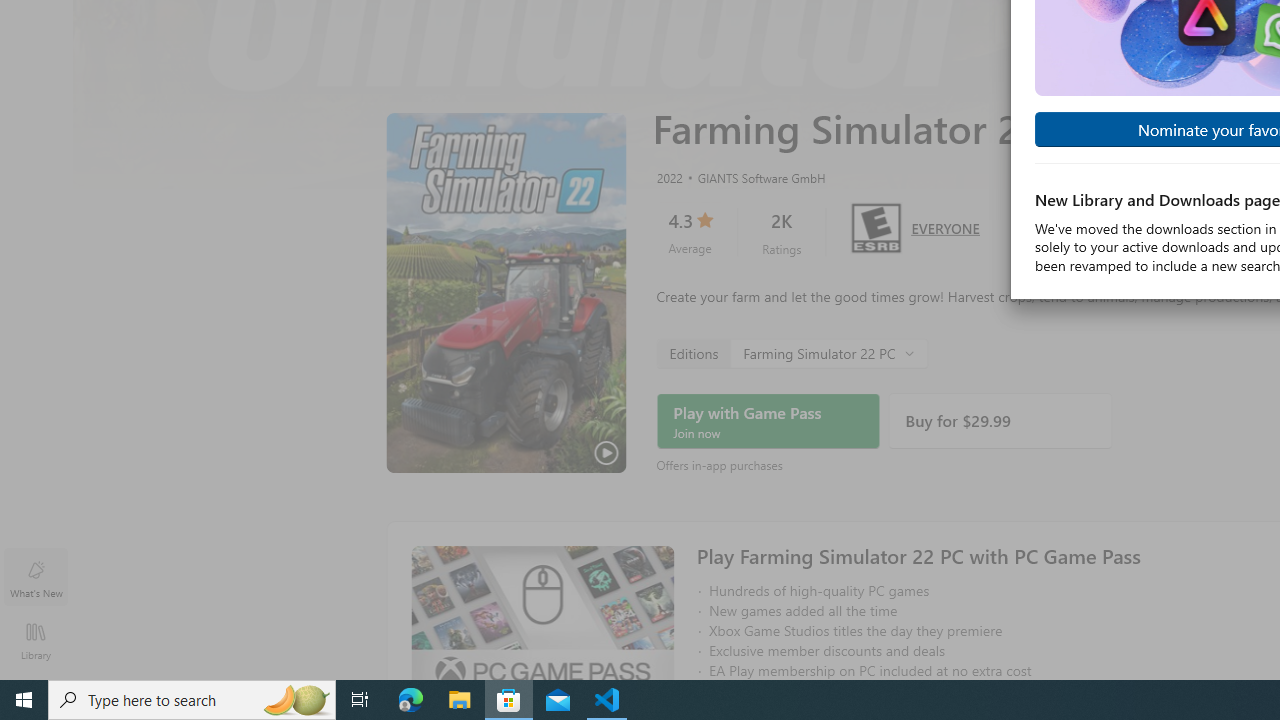 Image resolution: width=1280 pixels, height=720 pixels. What do you see at coordinates (1000, 420) in the screenshot?
I see `'Buy'` at bounding box center [1000, 420].